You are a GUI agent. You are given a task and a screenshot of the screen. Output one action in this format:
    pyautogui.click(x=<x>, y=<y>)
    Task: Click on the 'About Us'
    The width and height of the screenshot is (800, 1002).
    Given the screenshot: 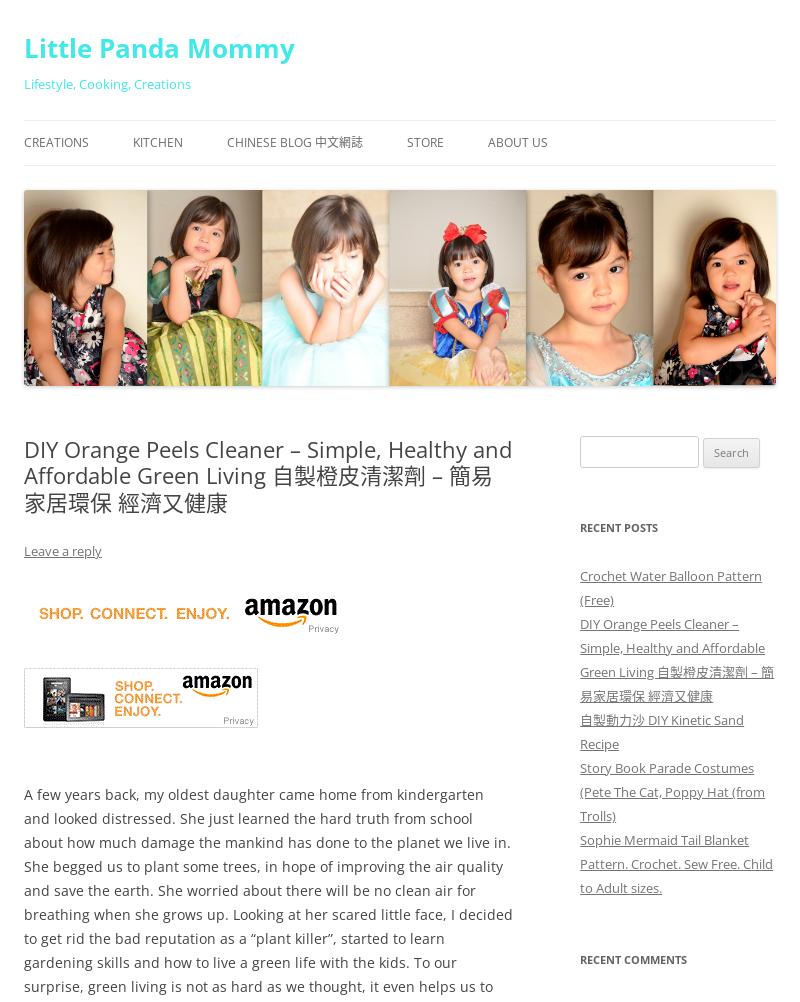 What is the action you would take?
    pyautogui.click(x=488, y=141)
    